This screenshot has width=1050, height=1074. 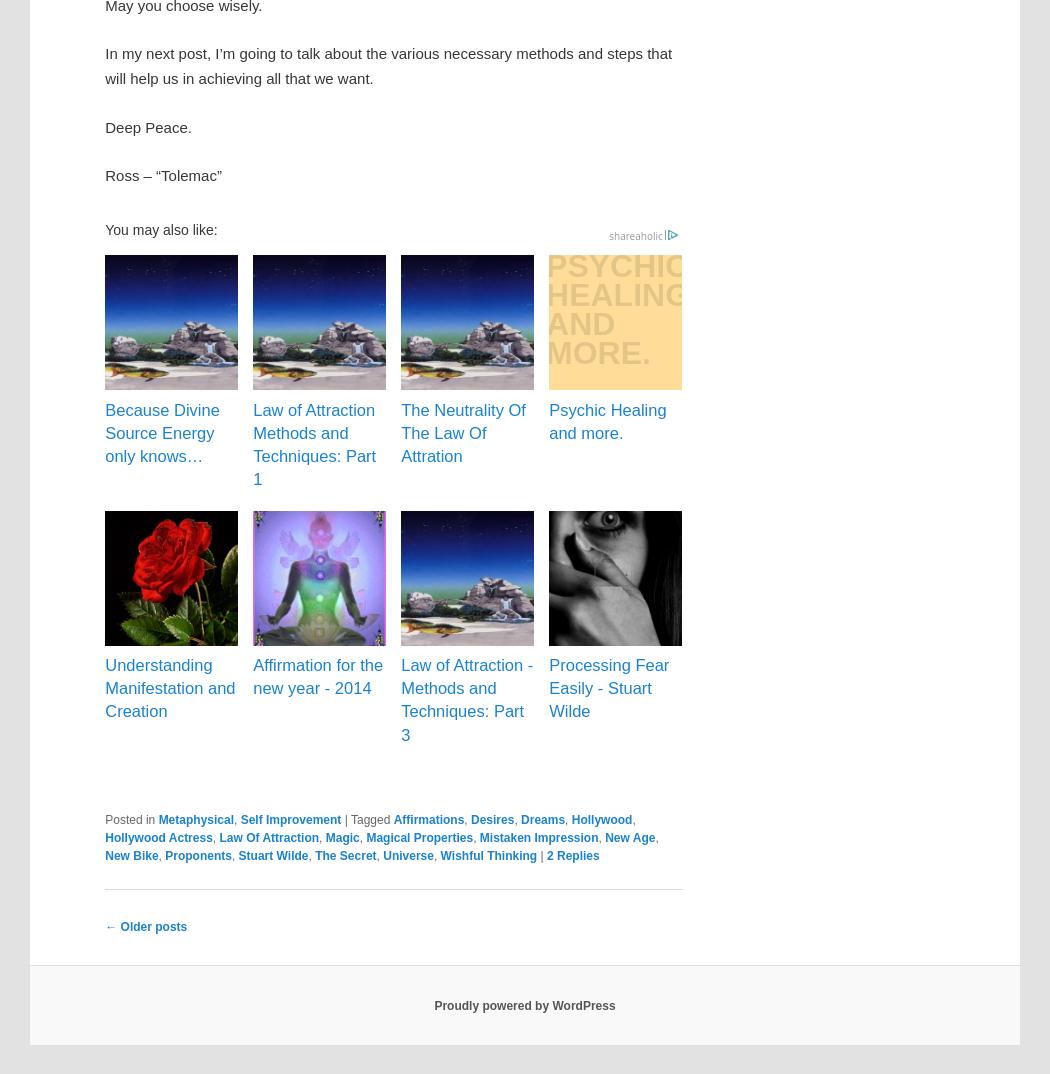 I want to click on 'Dreams', so click(x=542, y=819).